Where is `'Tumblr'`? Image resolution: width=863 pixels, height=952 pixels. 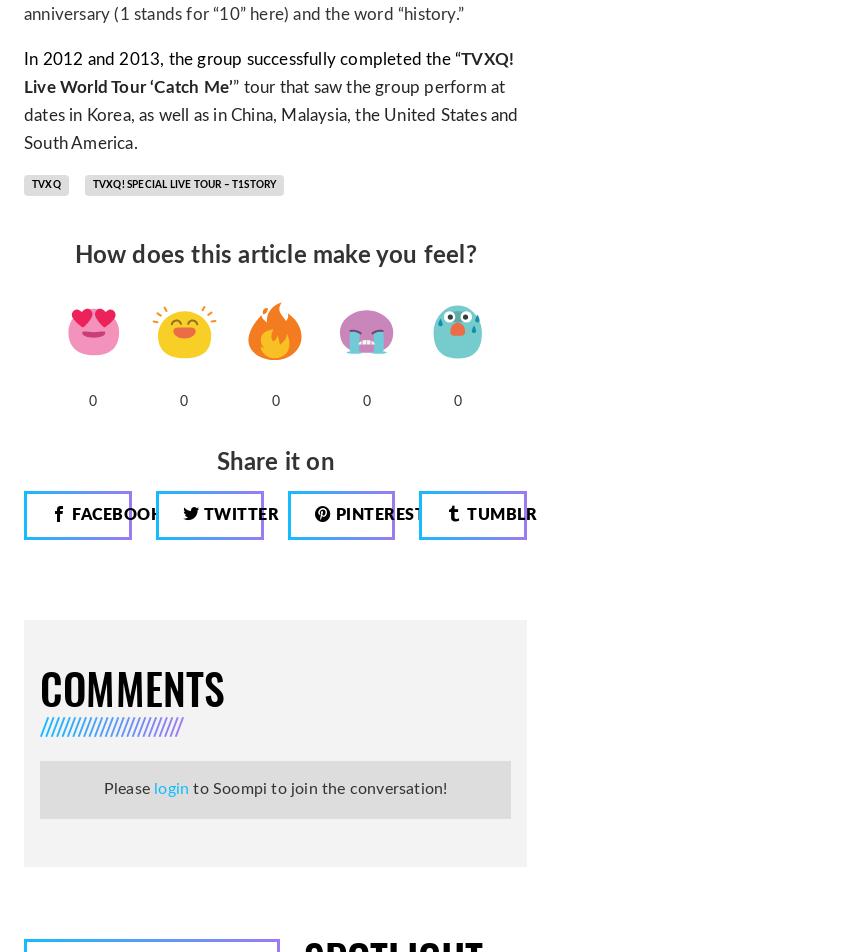
'Tumblr' is located at coordinates (501, 513).